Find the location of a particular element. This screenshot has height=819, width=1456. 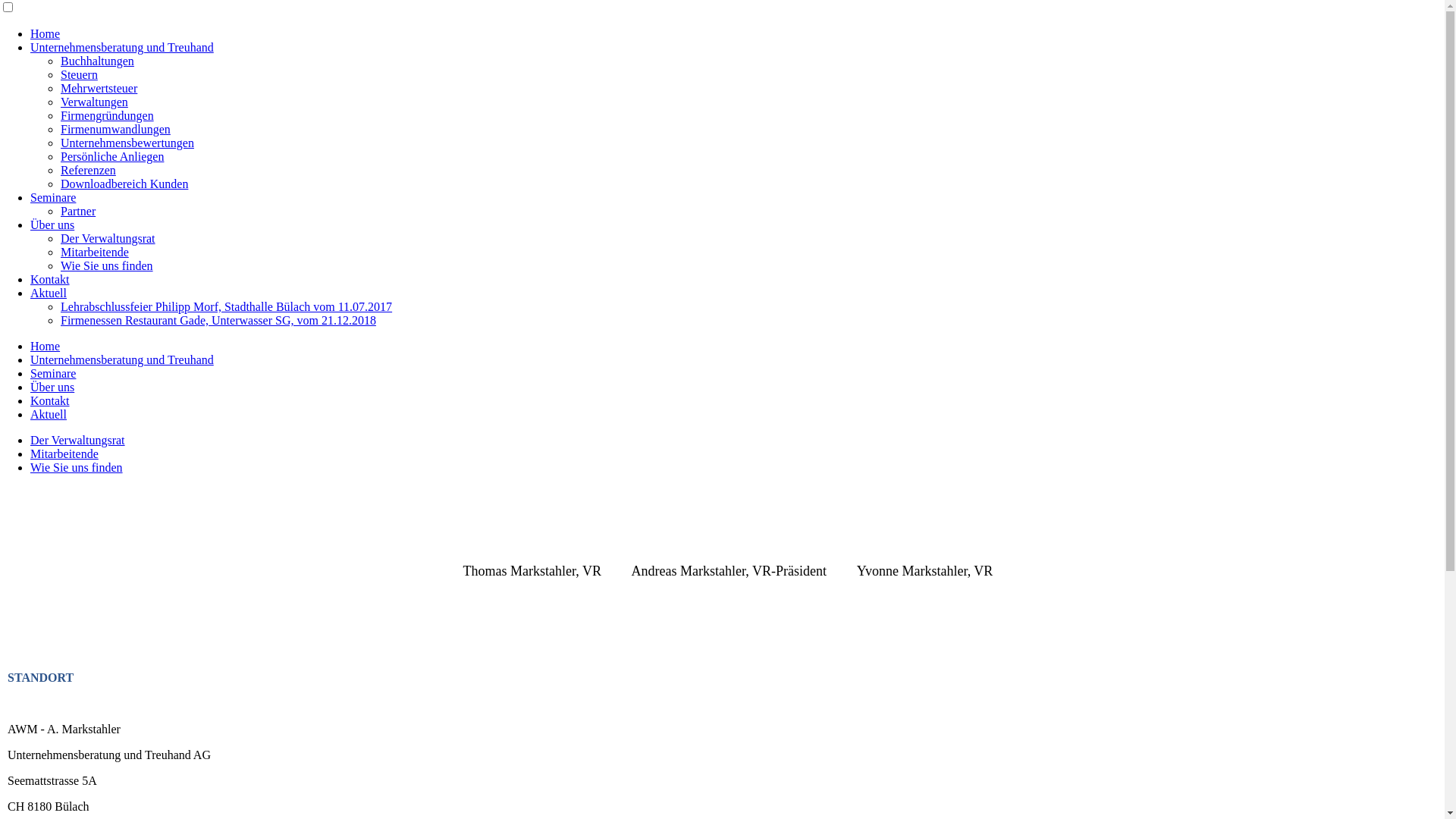

'Unternehmensberatung und Treuhand' is located at coordinates (30, 359).